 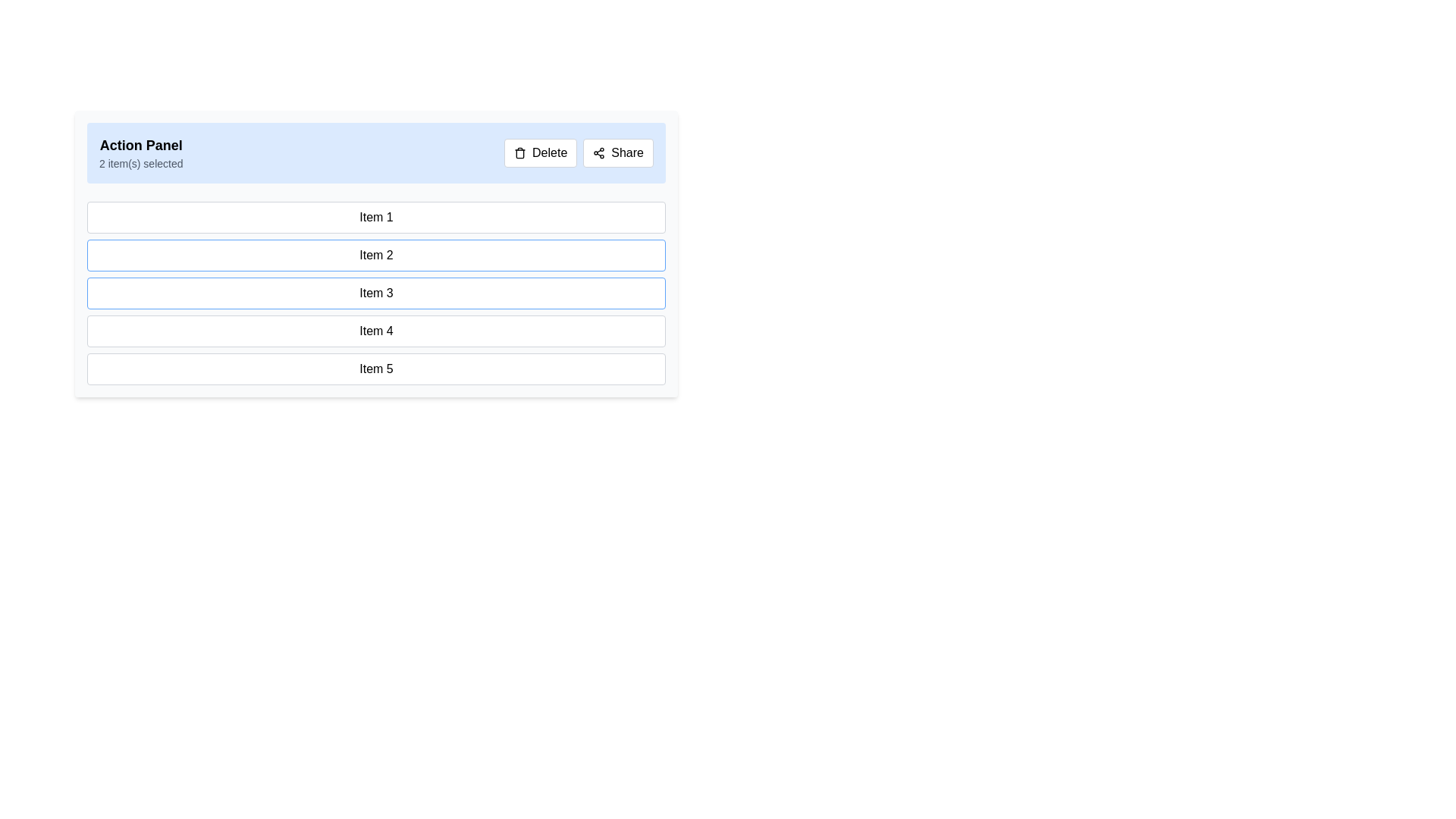 What do you see at coordinates (541, 152) in the screenshot?
I see `the delete button located` at bounding box center [541, 152].